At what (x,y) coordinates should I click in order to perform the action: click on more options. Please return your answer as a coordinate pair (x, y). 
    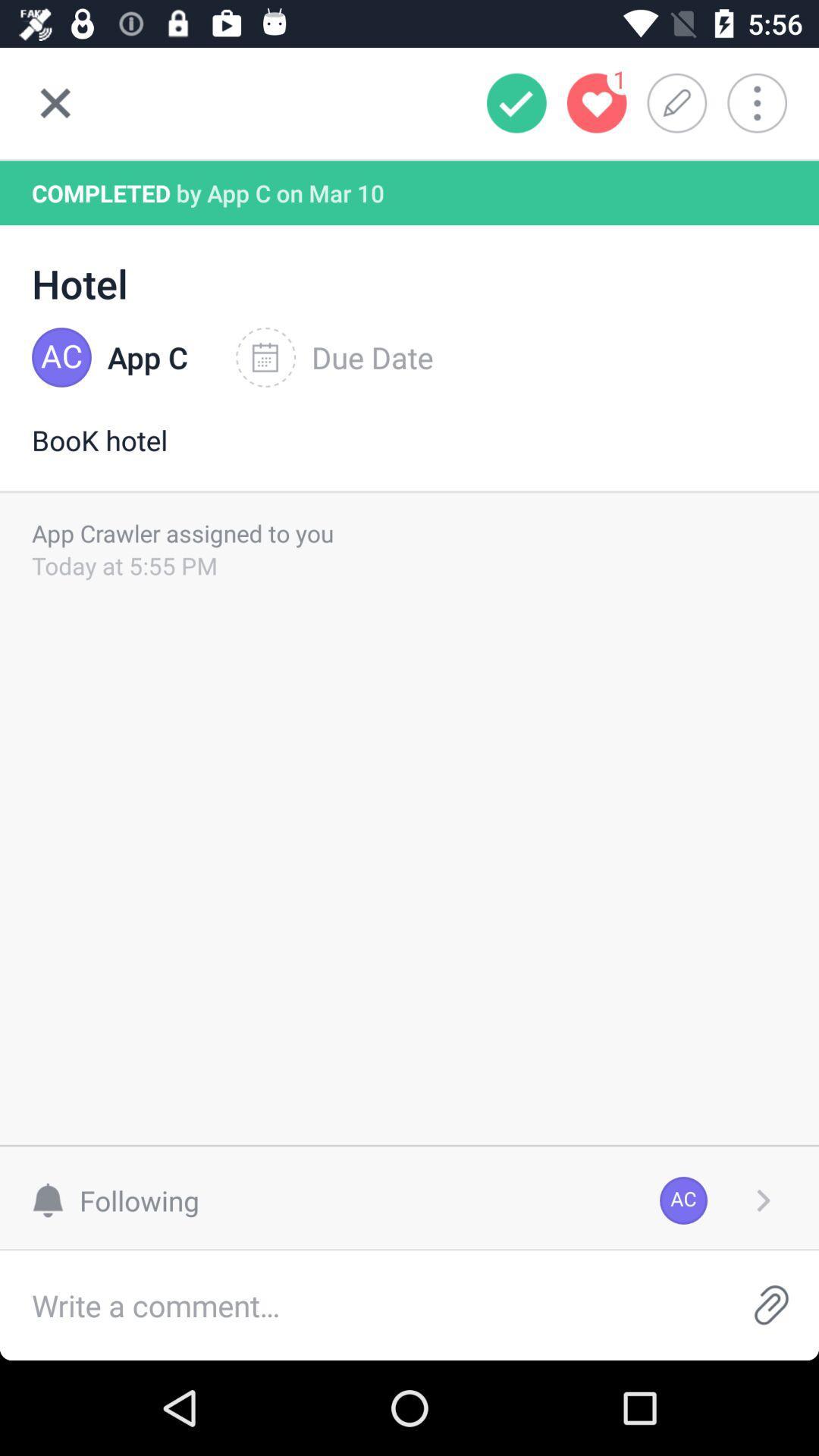
    Looking at the image, I should click on (767, 102).